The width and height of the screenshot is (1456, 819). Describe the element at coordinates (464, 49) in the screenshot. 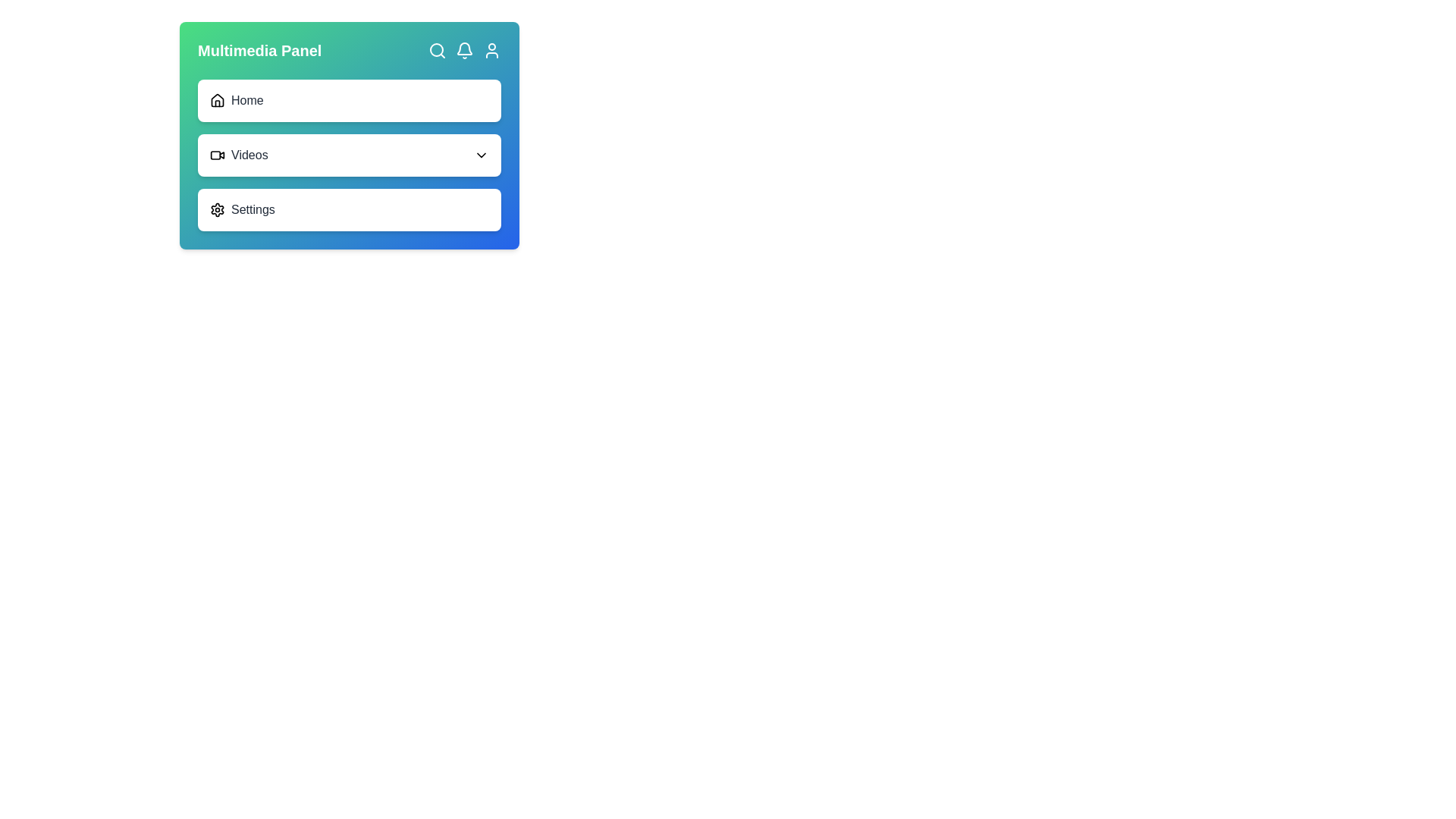

I see `the notification icon shaped like a bell, which is the second icon from the left in the Multimedia Panel` at that location.